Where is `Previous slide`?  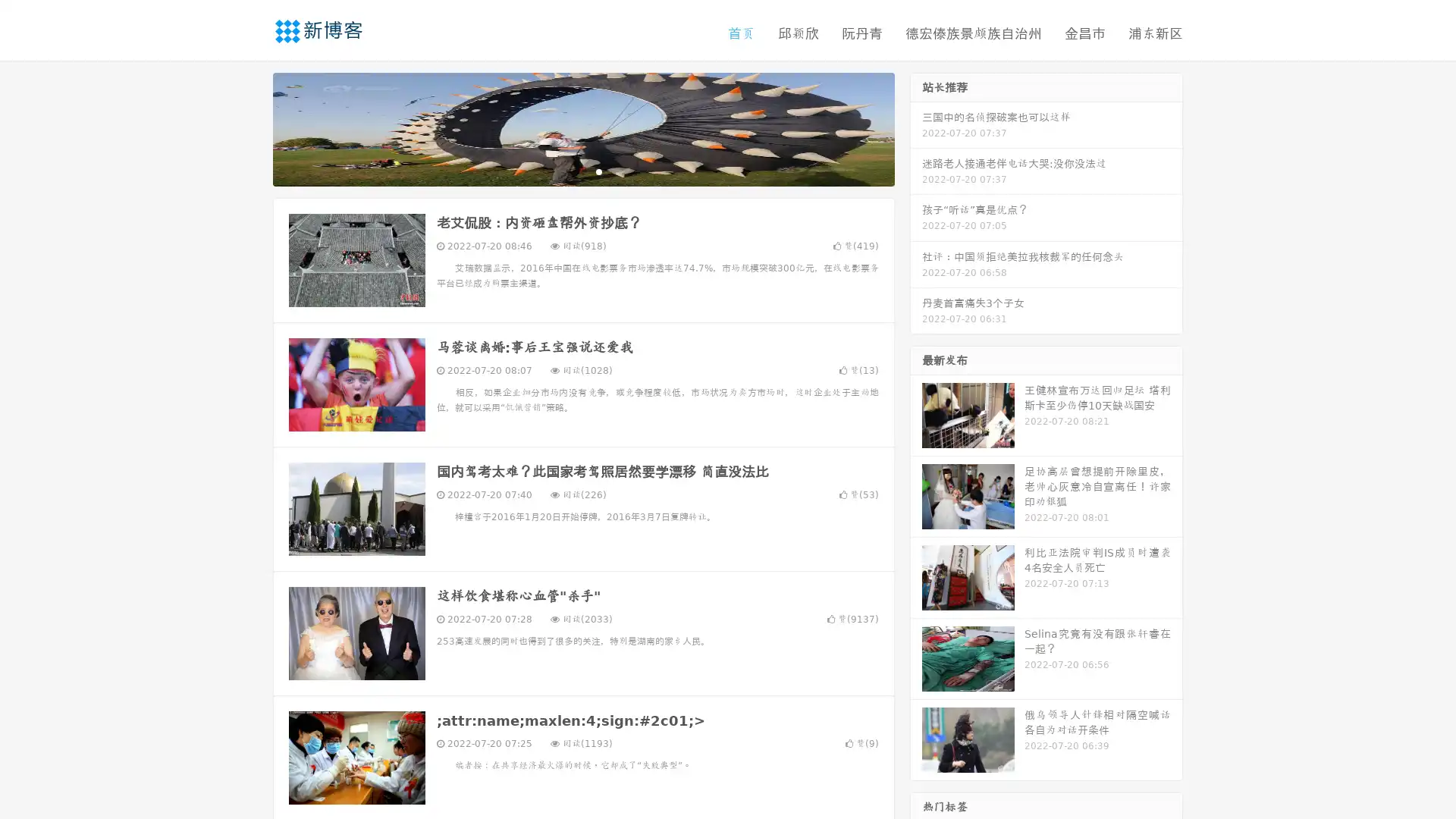 Previous slide is located at coordinates (250, 127).